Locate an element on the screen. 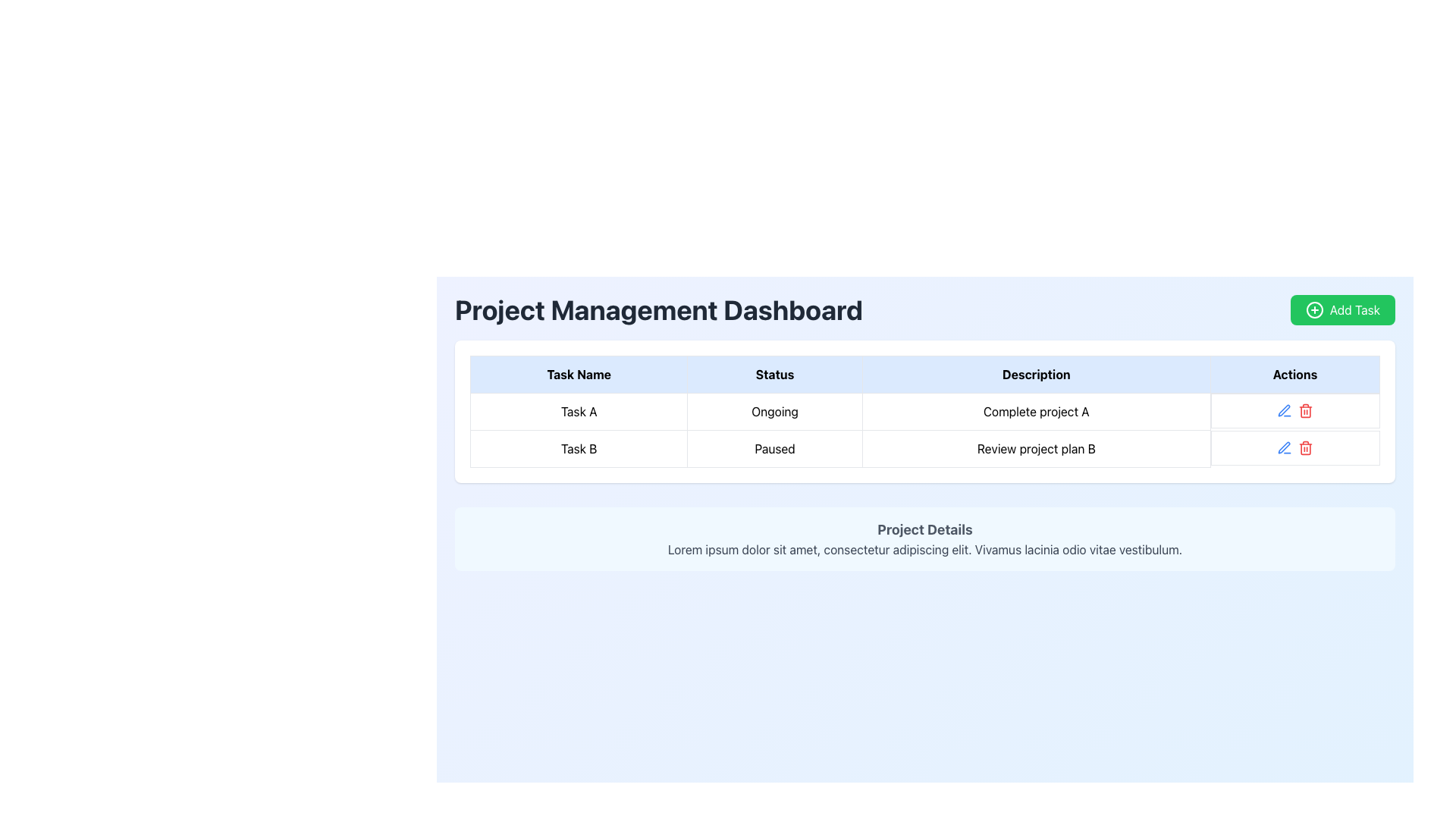 The image size is (1456, 819). text content of the 'Add Task' label, which is displayed in white text on a green rounded rectangular background, located in the top-right corner of a green button next to a circular plus icon is located at coordinates (1354, 309).